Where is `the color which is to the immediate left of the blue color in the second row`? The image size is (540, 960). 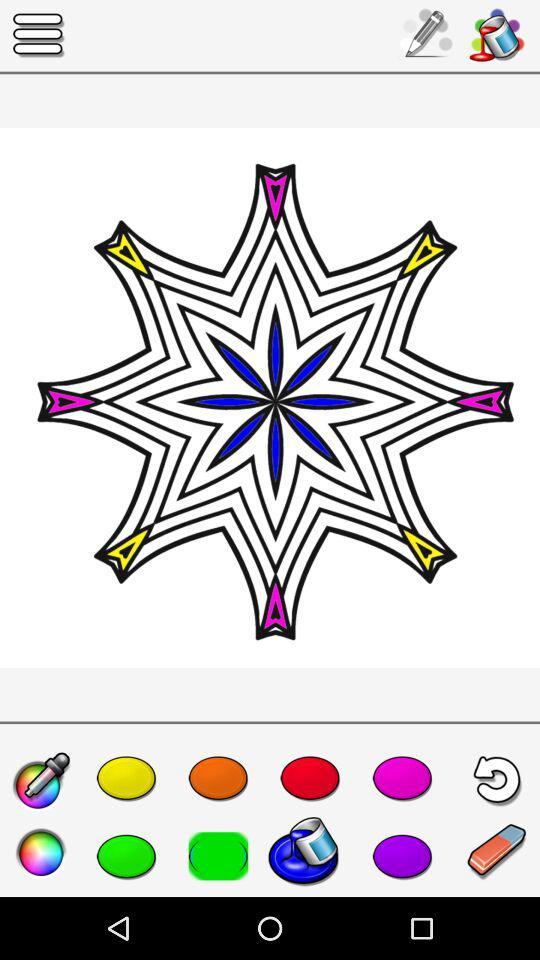
the color which is to the immediate left of the blue color in the second row is located at coordinates (211, 851).